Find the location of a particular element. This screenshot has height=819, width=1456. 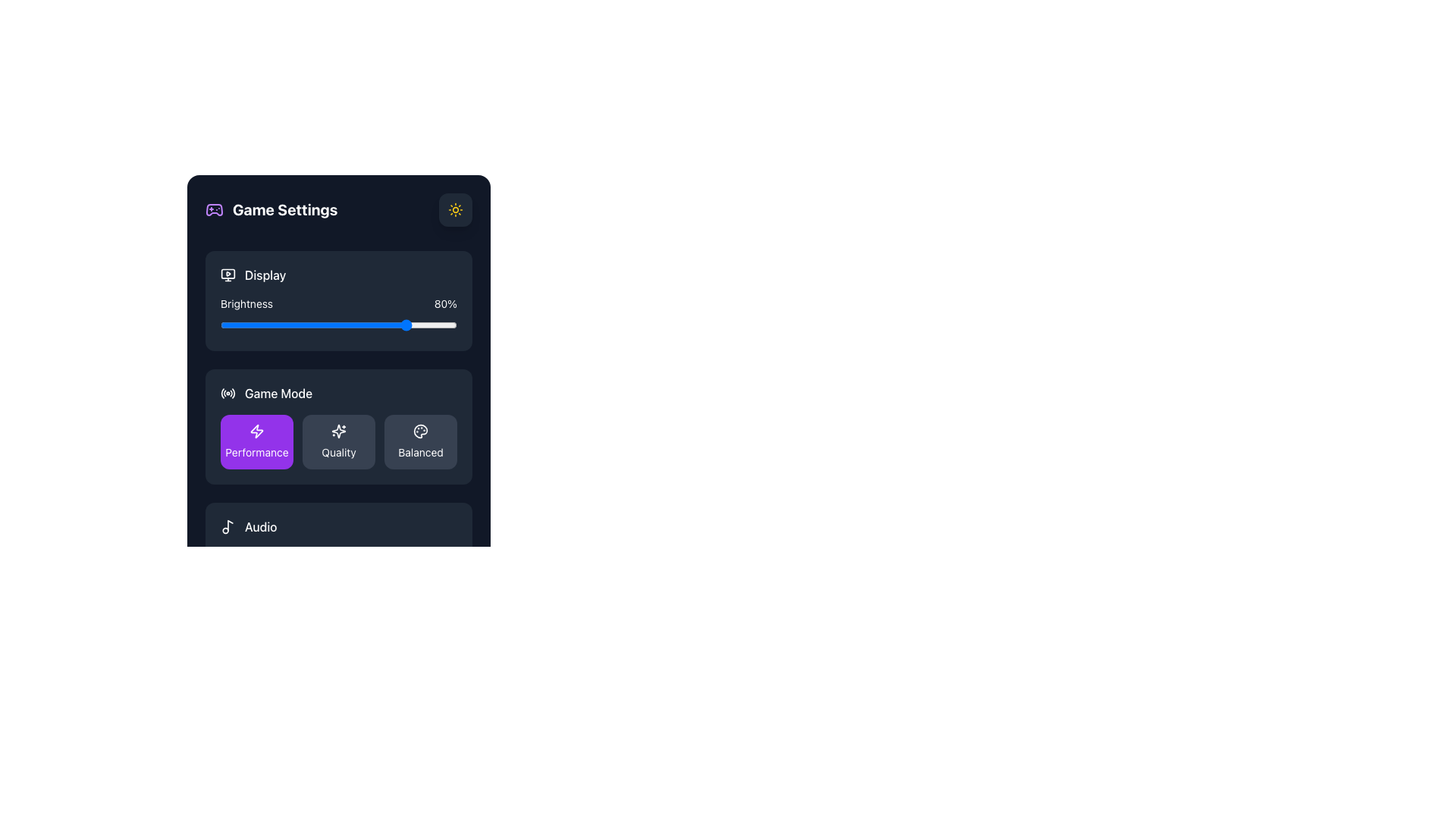

brightness level is located at coordinates (412, 324).